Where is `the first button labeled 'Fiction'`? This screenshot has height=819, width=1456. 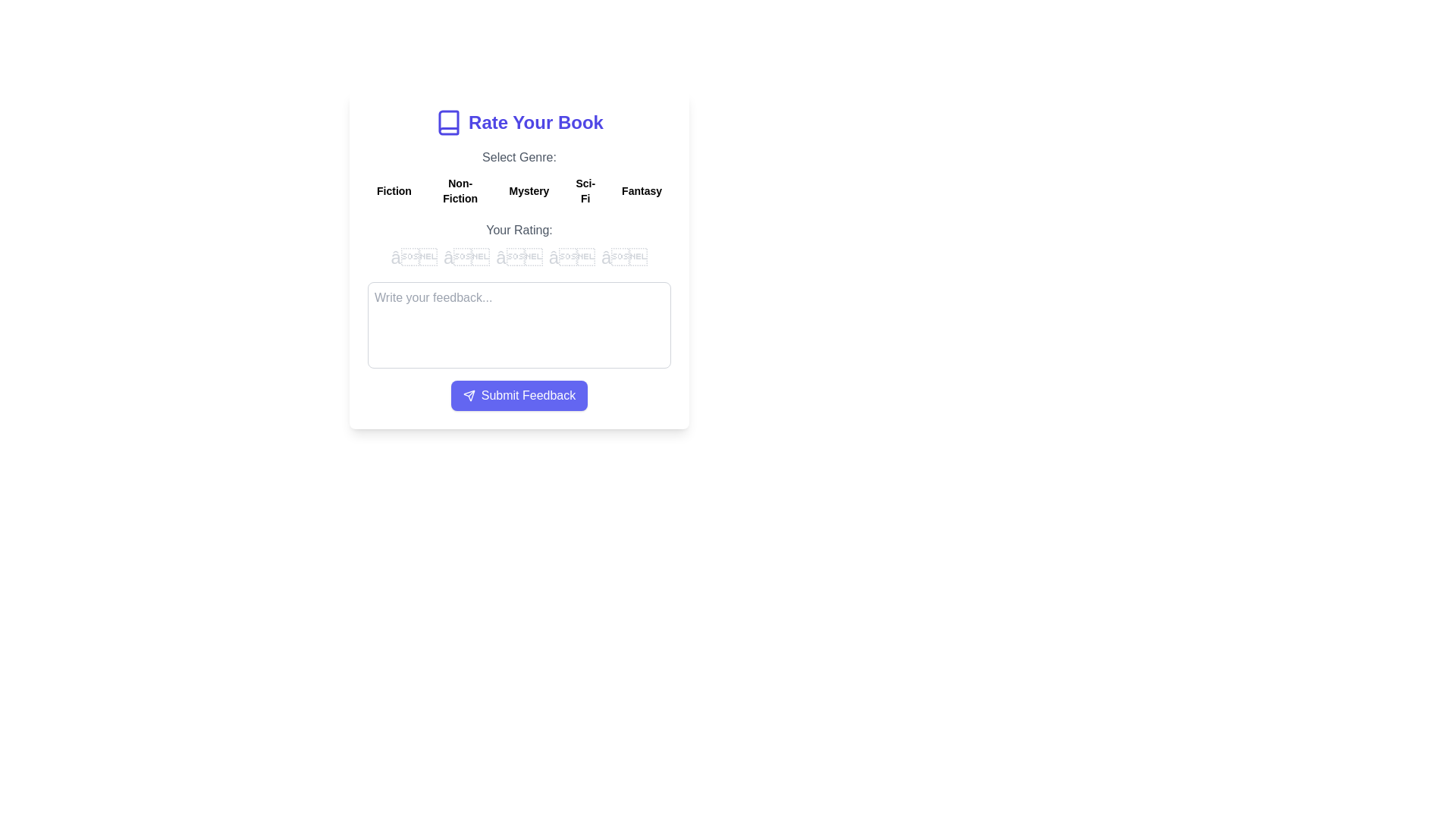 the first button labeled 'Fiction' is located at coordinates (394, 190).